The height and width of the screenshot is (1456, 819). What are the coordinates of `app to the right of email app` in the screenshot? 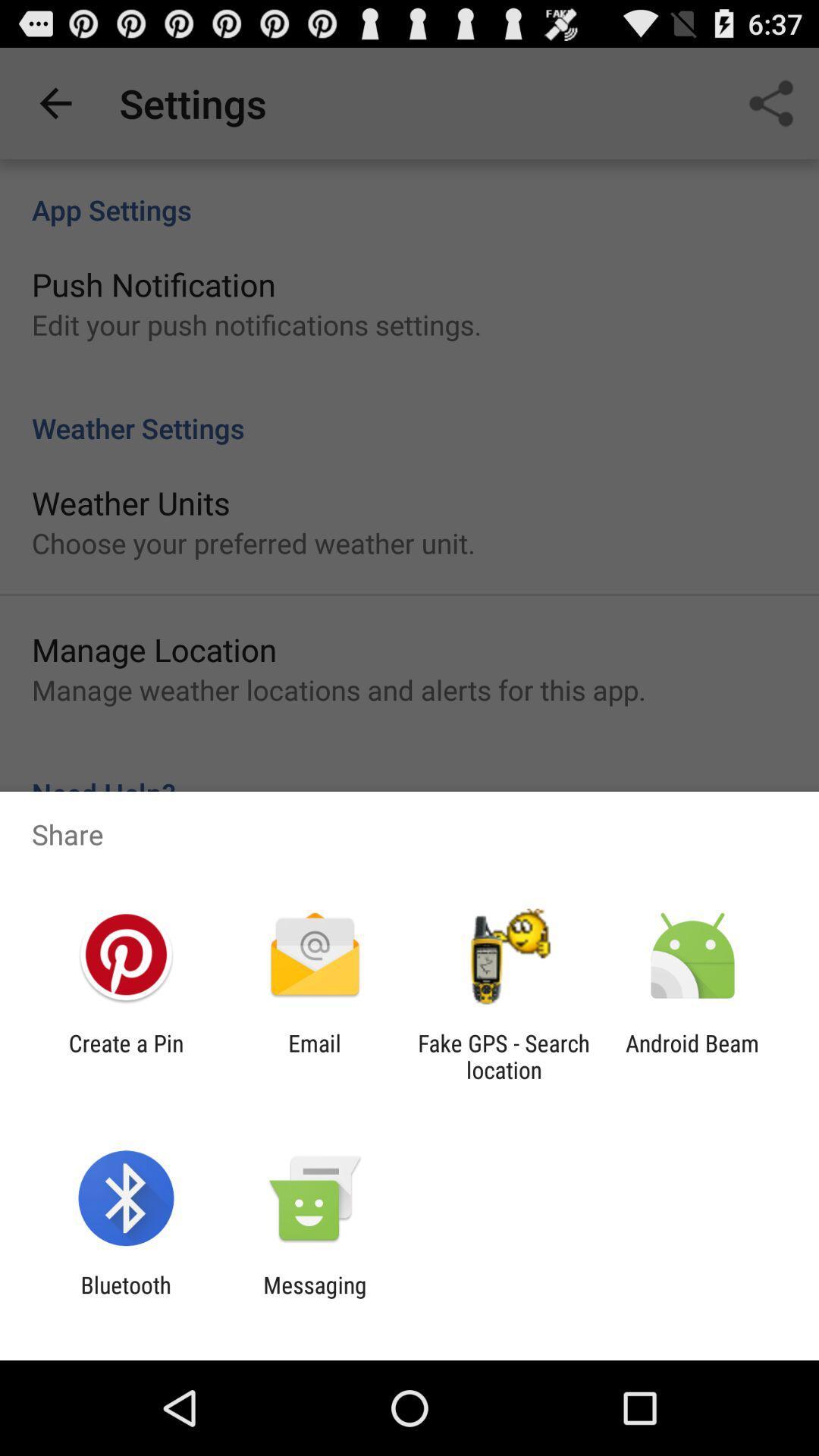 It's located at (504, 1056).